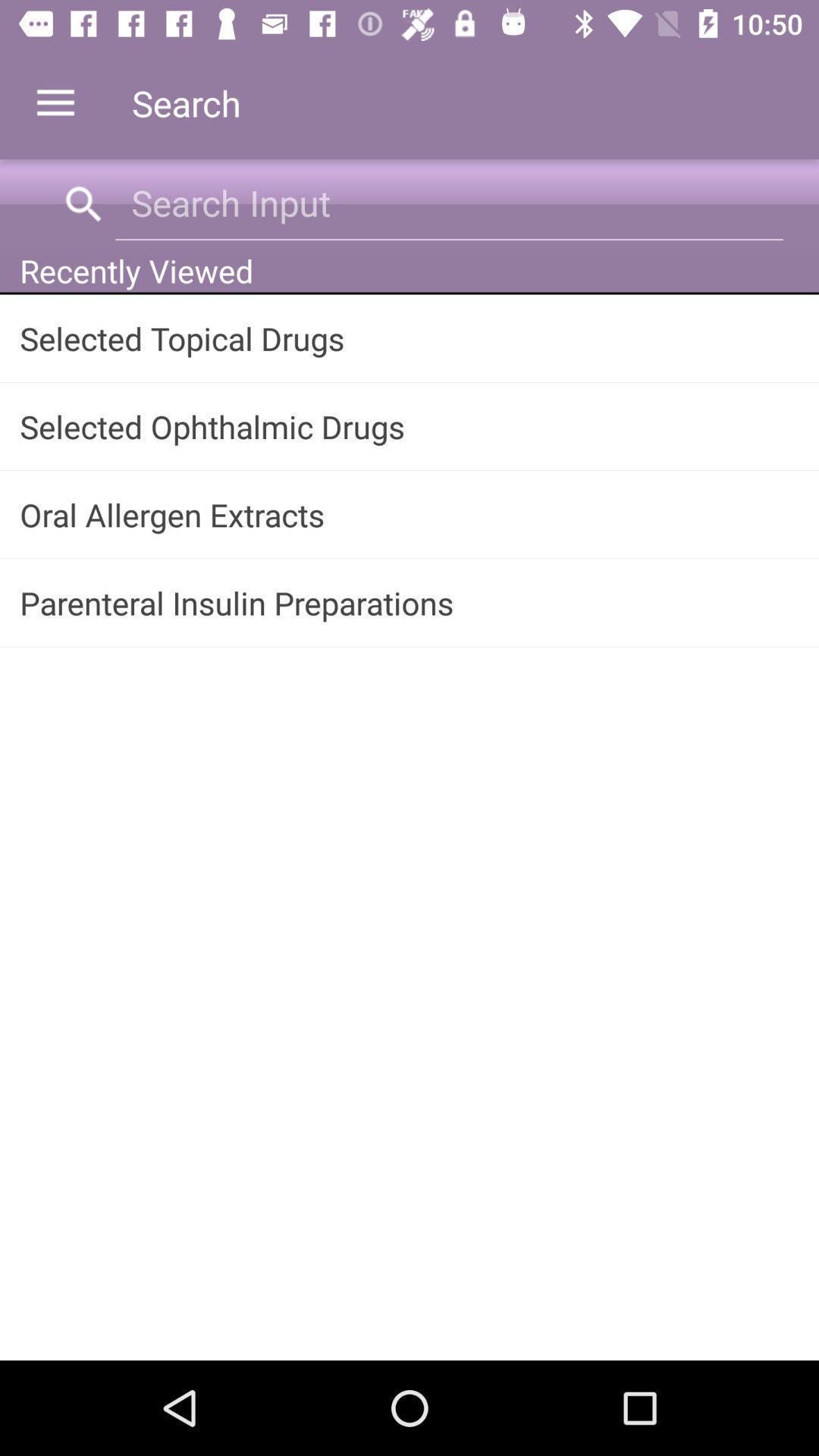  What do you see at coordinates (409, 514) in the screenshot?
I see `the icon above the parenteral insulin preparations item` at bounding box center [409, 514].